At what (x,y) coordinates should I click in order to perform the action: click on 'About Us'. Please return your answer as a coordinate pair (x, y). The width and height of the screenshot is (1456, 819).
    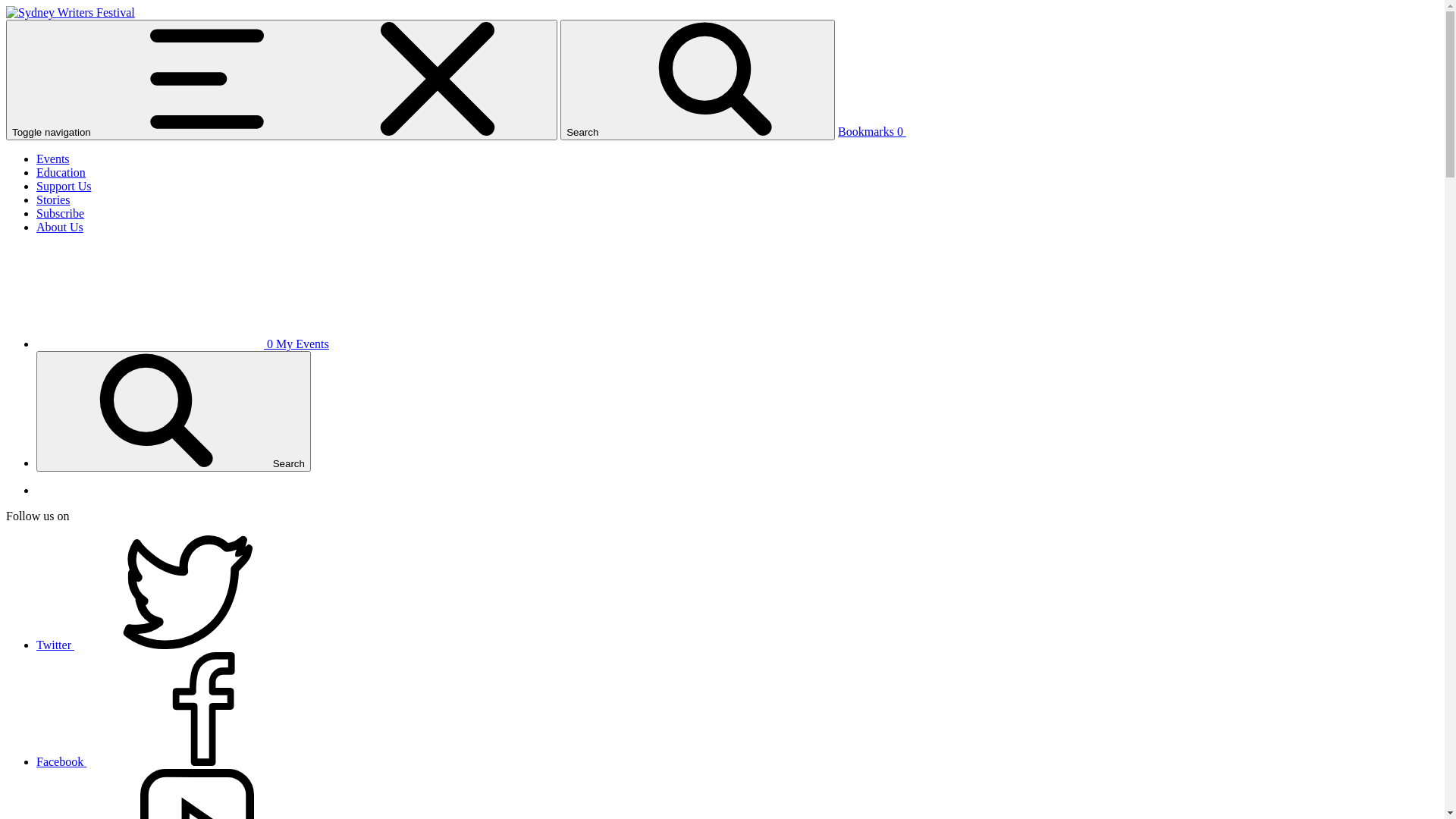
    Looking at the image, I should click on (59, 227).